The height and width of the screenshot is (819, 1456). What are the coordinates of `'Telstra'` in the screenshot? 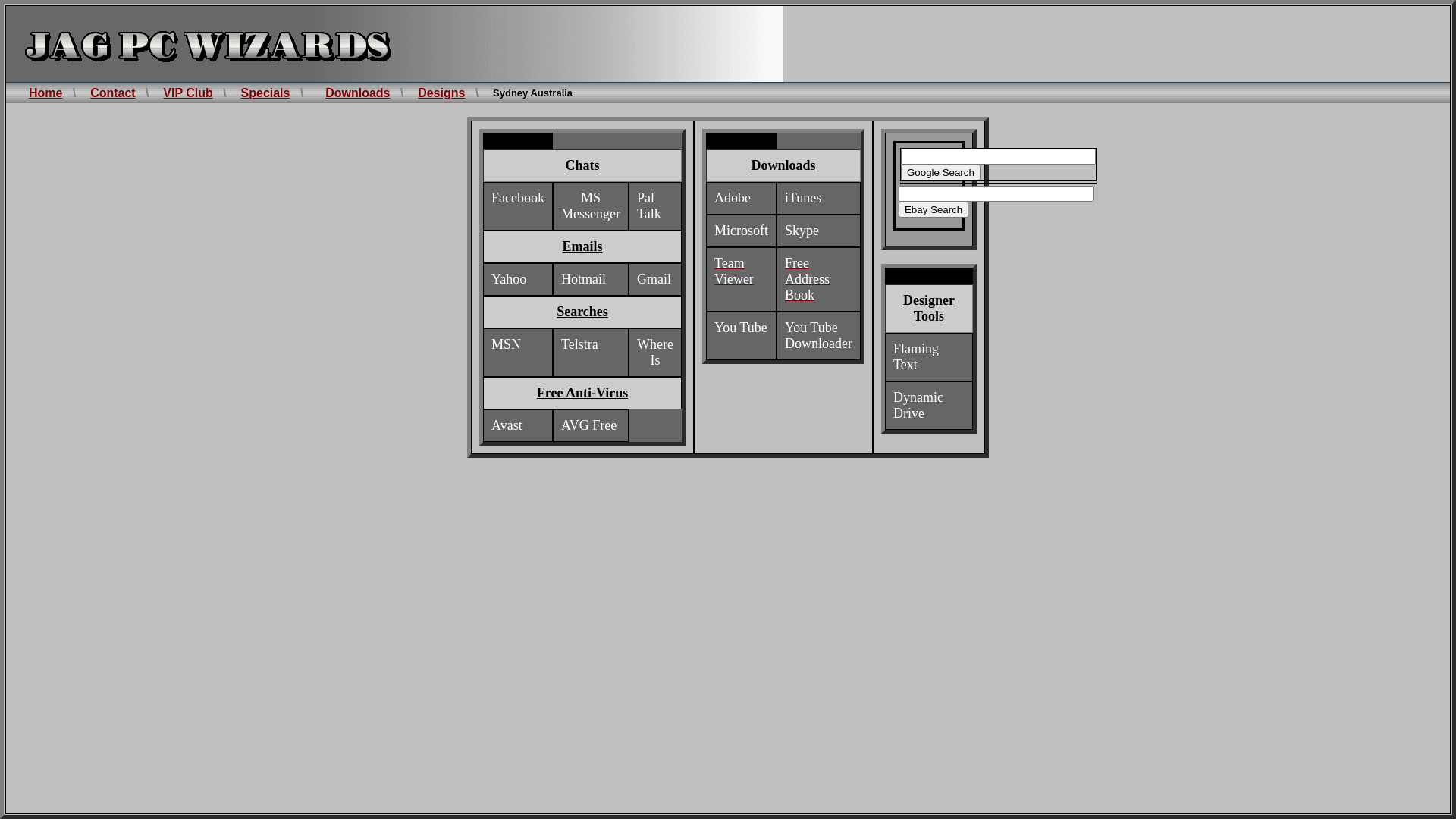 It's located at (579, 344).